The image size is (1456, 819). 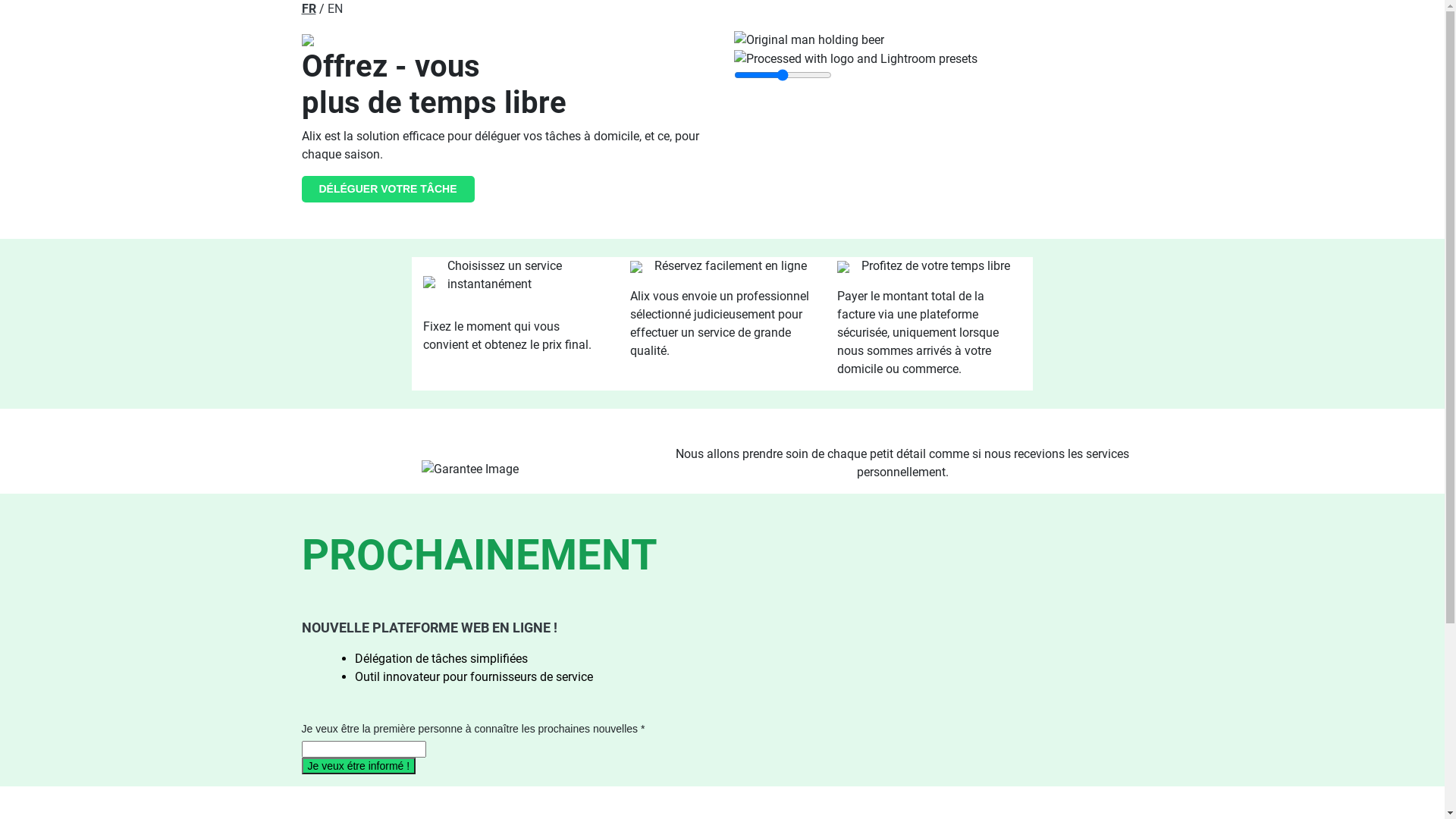 I want to click on 'FR', so click(x=308, y=8).